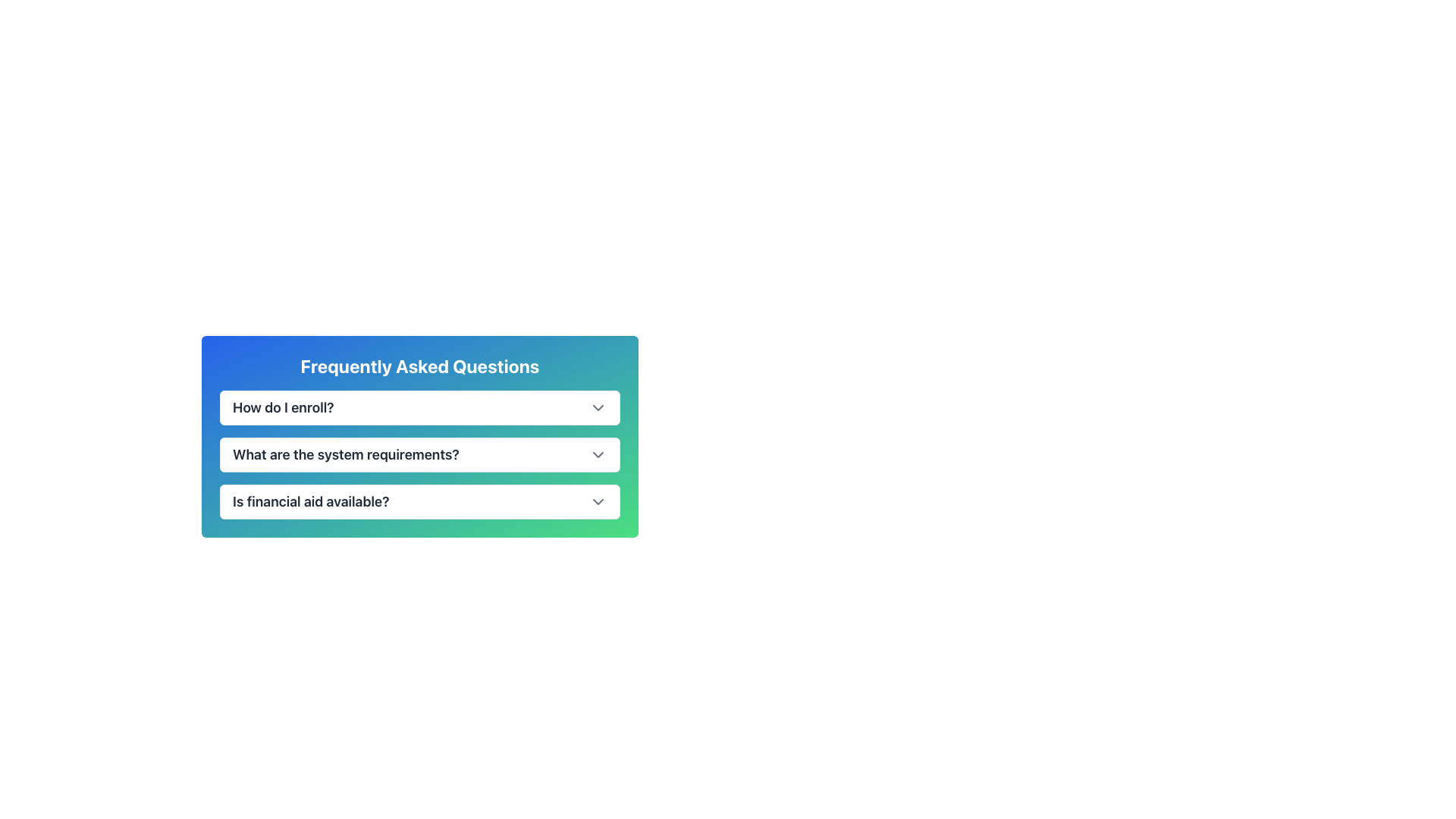  Describe the element at coordinates (419, 502) in the screenshot. I see `the Dropdown Toggle labeled 'Is financial aid available?'` at that location.